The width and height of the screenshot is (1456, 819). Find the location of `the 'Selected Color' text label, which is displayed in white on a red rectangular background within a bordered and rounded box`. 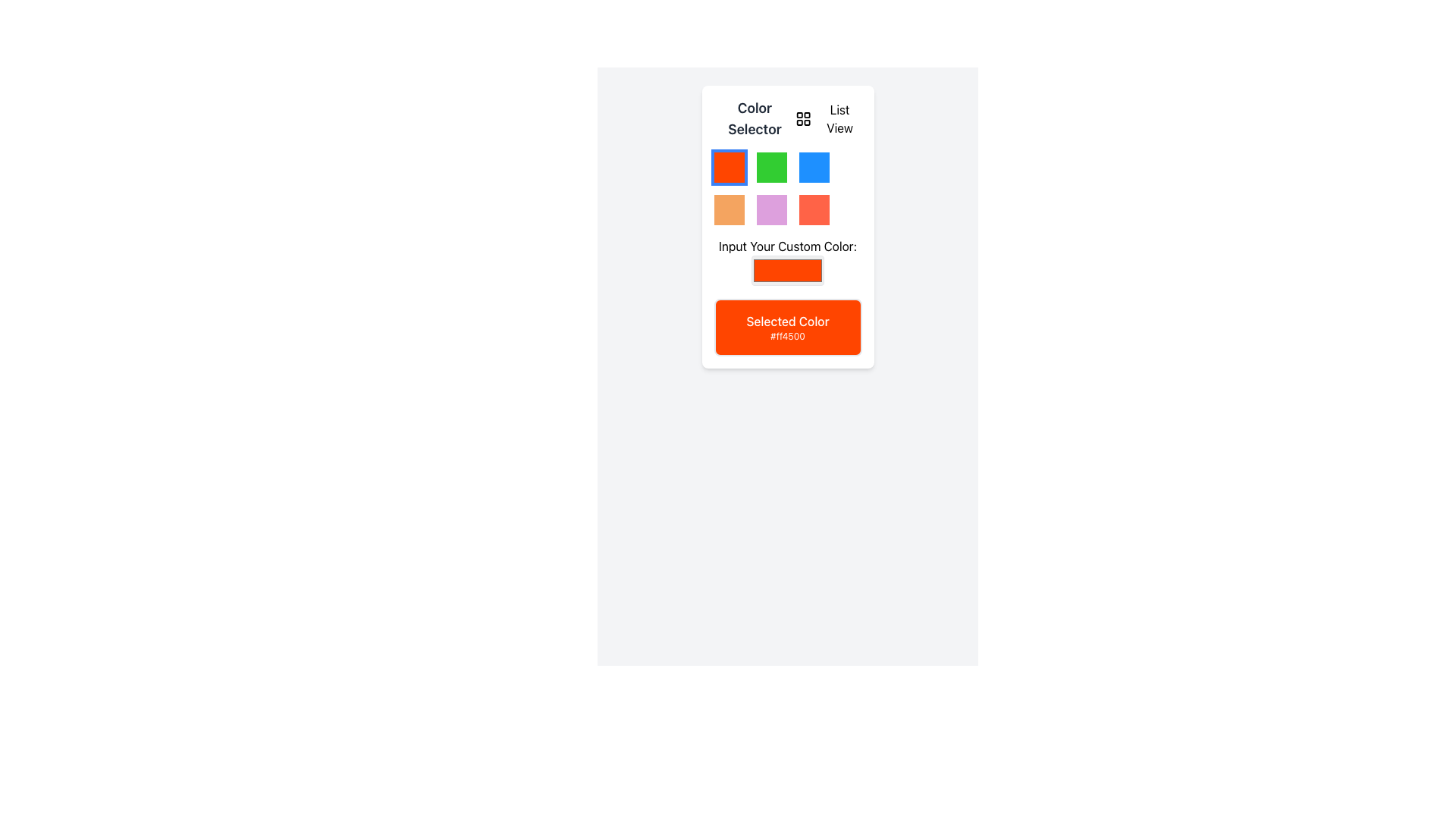

the 'Selected Color' text label, which is displayed in white on a red rectangular background within a bordered and rounded box is located at coordinates (787, 321).